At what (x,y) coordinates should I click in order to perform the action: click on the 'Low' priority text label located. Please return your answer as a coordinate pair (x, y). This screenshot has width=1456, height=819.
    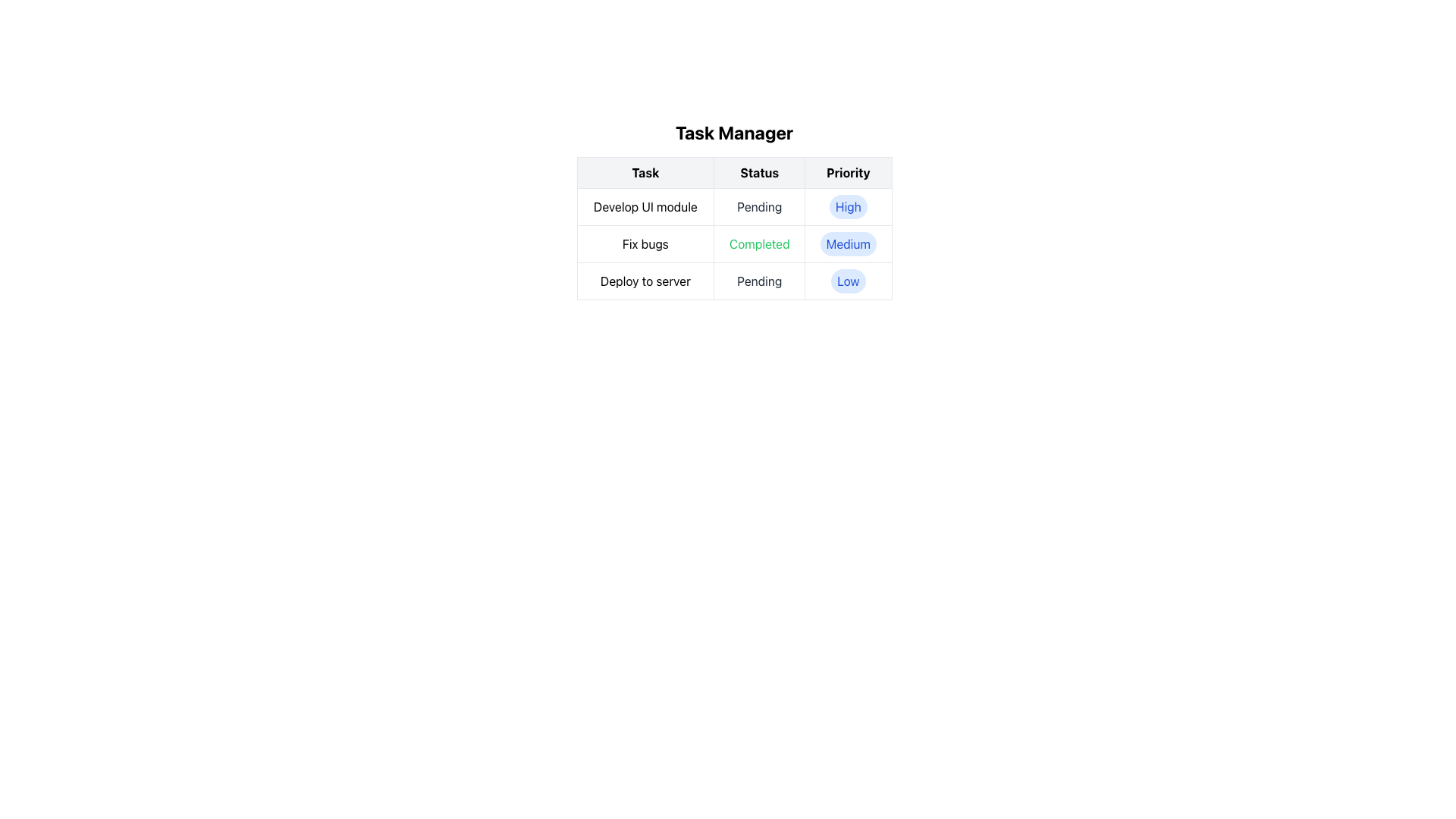
    Looking at the image, I should click on (847, 281).